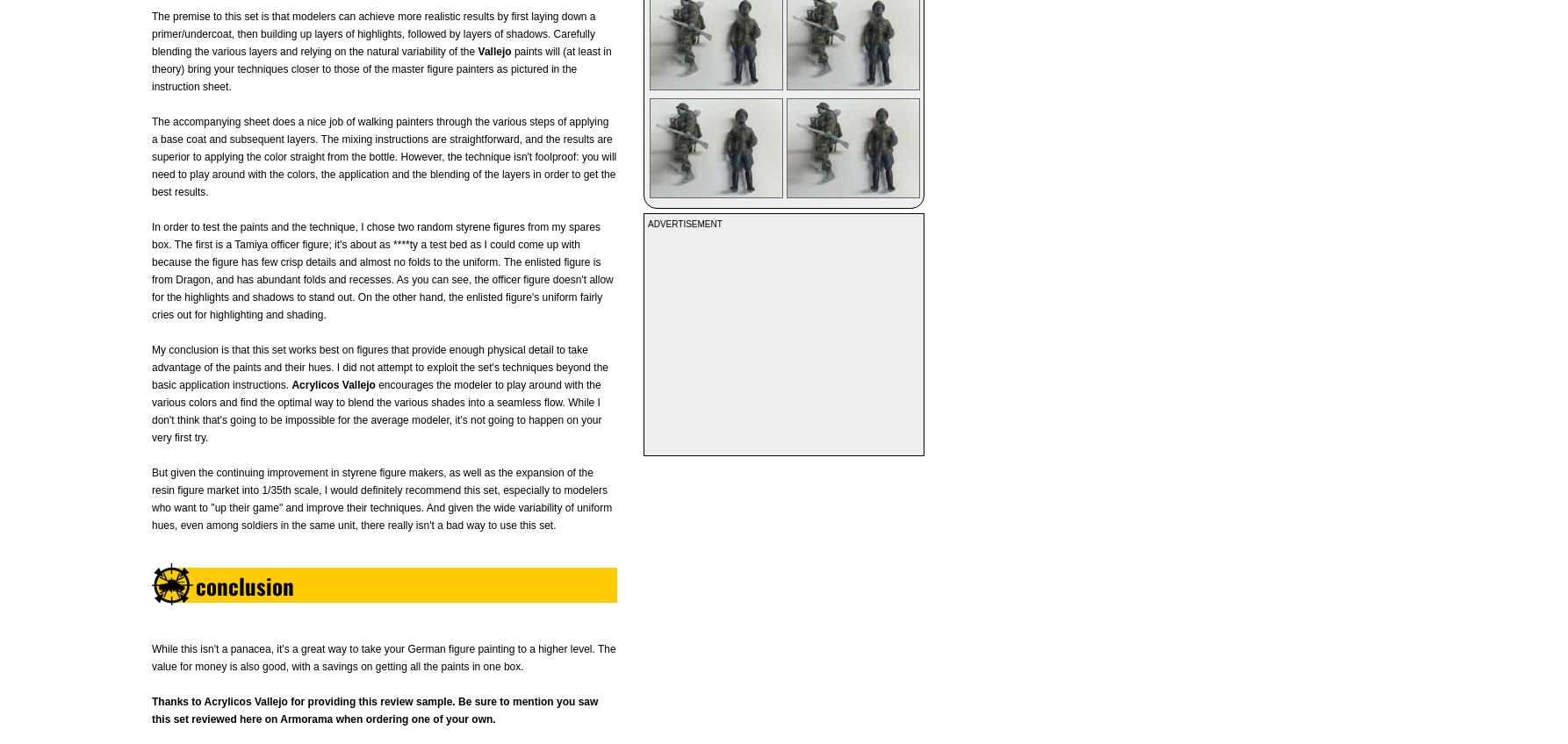 This screenshot has width=1568, height=744. Describe the element at coordinates (243, 583) in the screenshot. I see `'conclusion'` at that location.